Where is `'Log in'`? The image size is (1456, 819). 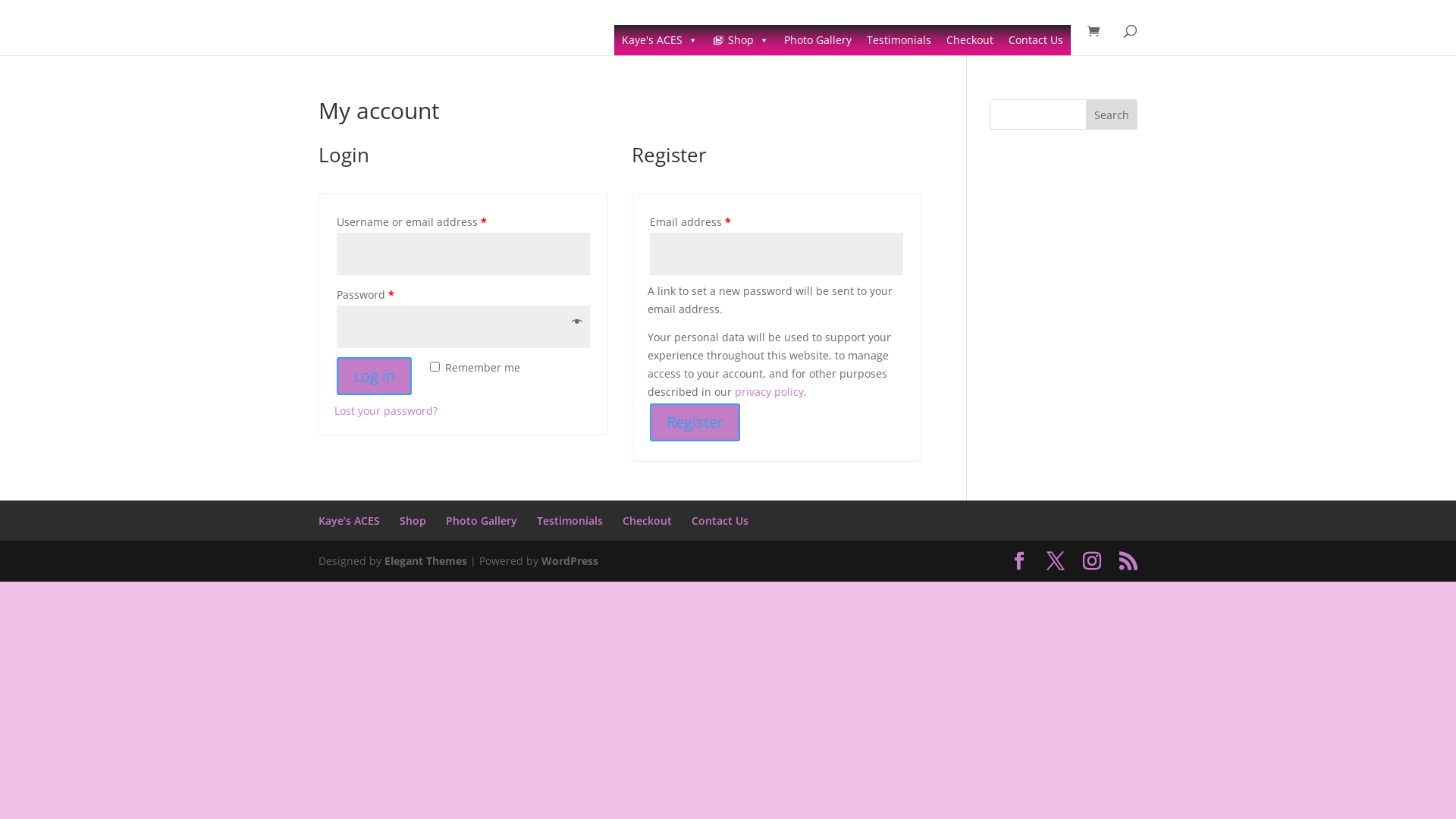
'Log in' is located at coordinates (374, 375).